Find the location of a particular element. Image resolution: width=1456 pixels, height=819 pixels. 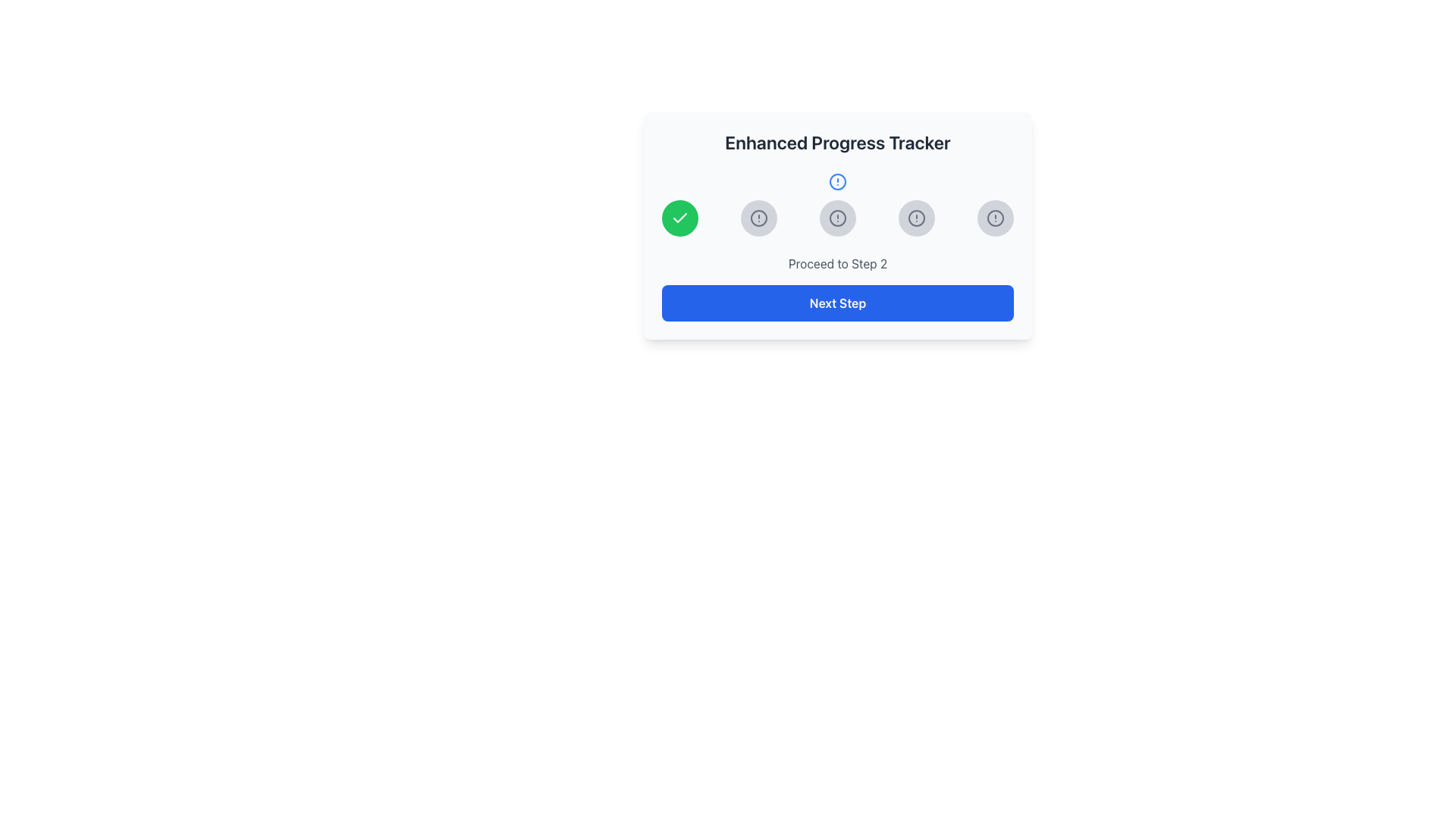

the second circular shape in the progress indicator component, which is styled with a neutral gray outline is located at coordinates (759, 218).